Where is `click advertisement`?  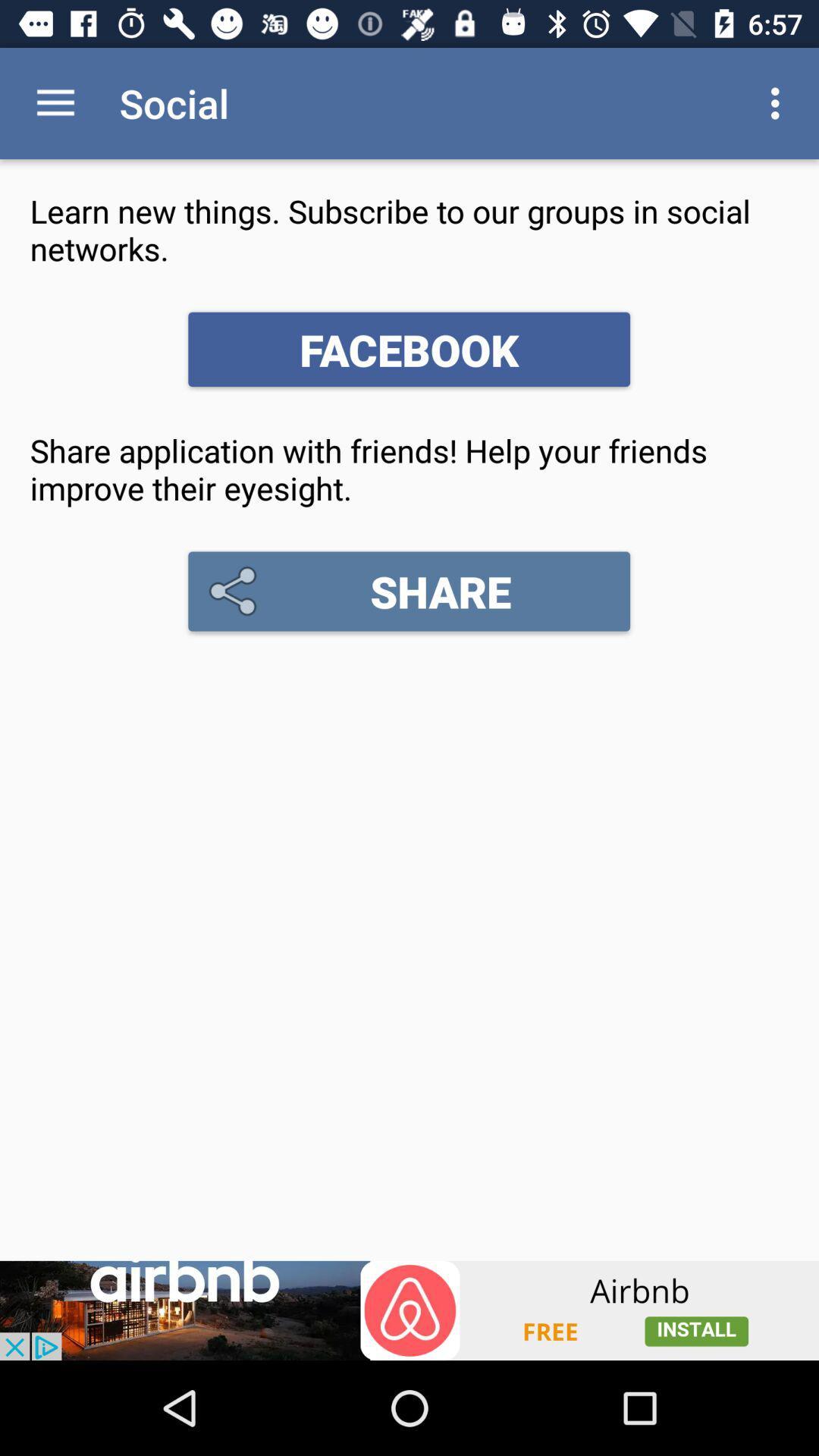 click advertisement is located at coordinates (409, 1310).